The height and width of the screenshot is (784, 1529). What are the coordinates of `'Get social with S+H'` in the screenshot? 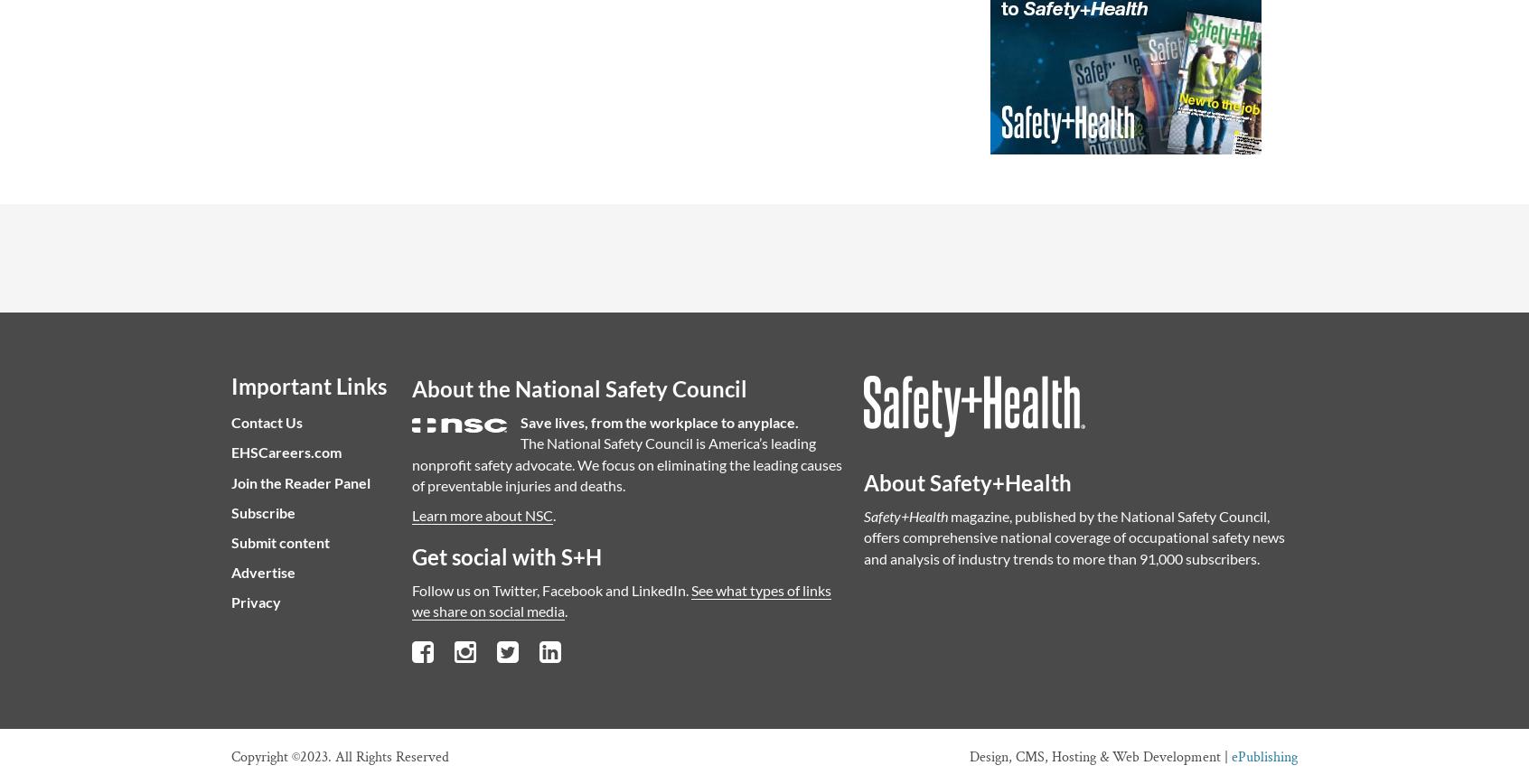 It's located at (507, 556).